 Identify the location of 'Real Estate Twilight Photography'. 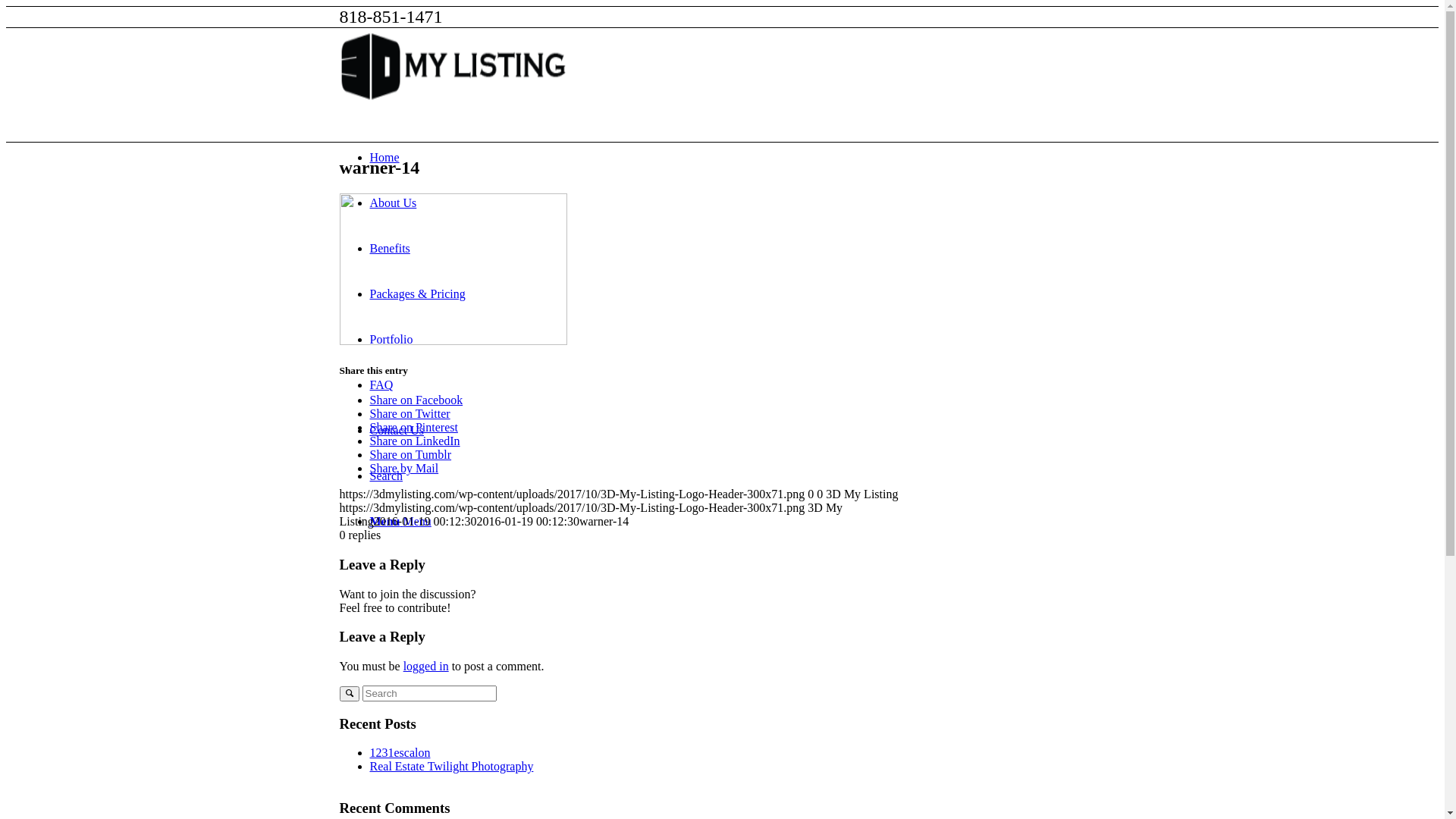
(450, 766).